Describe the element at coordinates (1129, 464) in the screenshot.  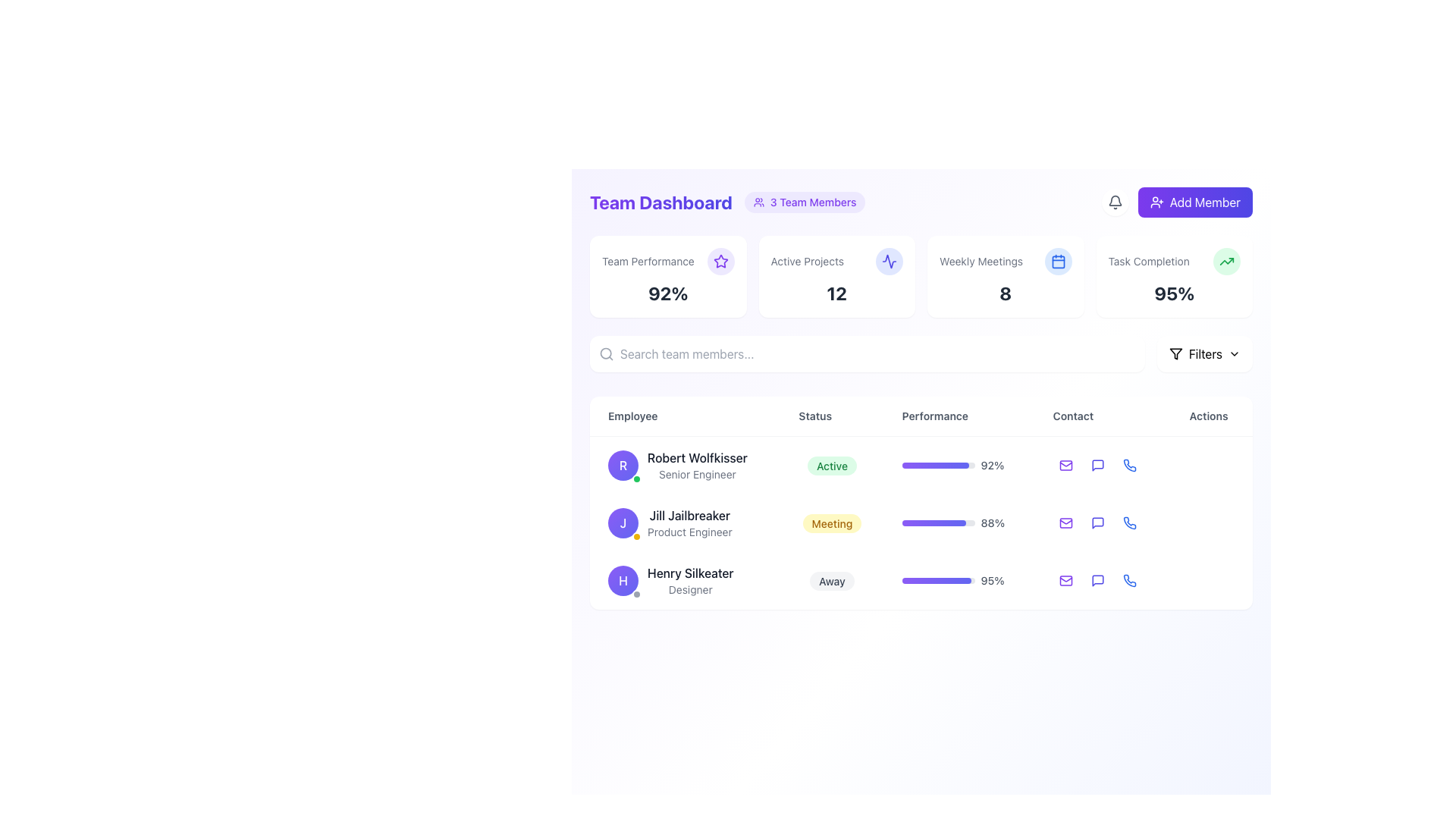
I see `the blue phone icon button, which is the third and rightmost action button in the 'Actions' column of the table, to initiate a call` at that location.